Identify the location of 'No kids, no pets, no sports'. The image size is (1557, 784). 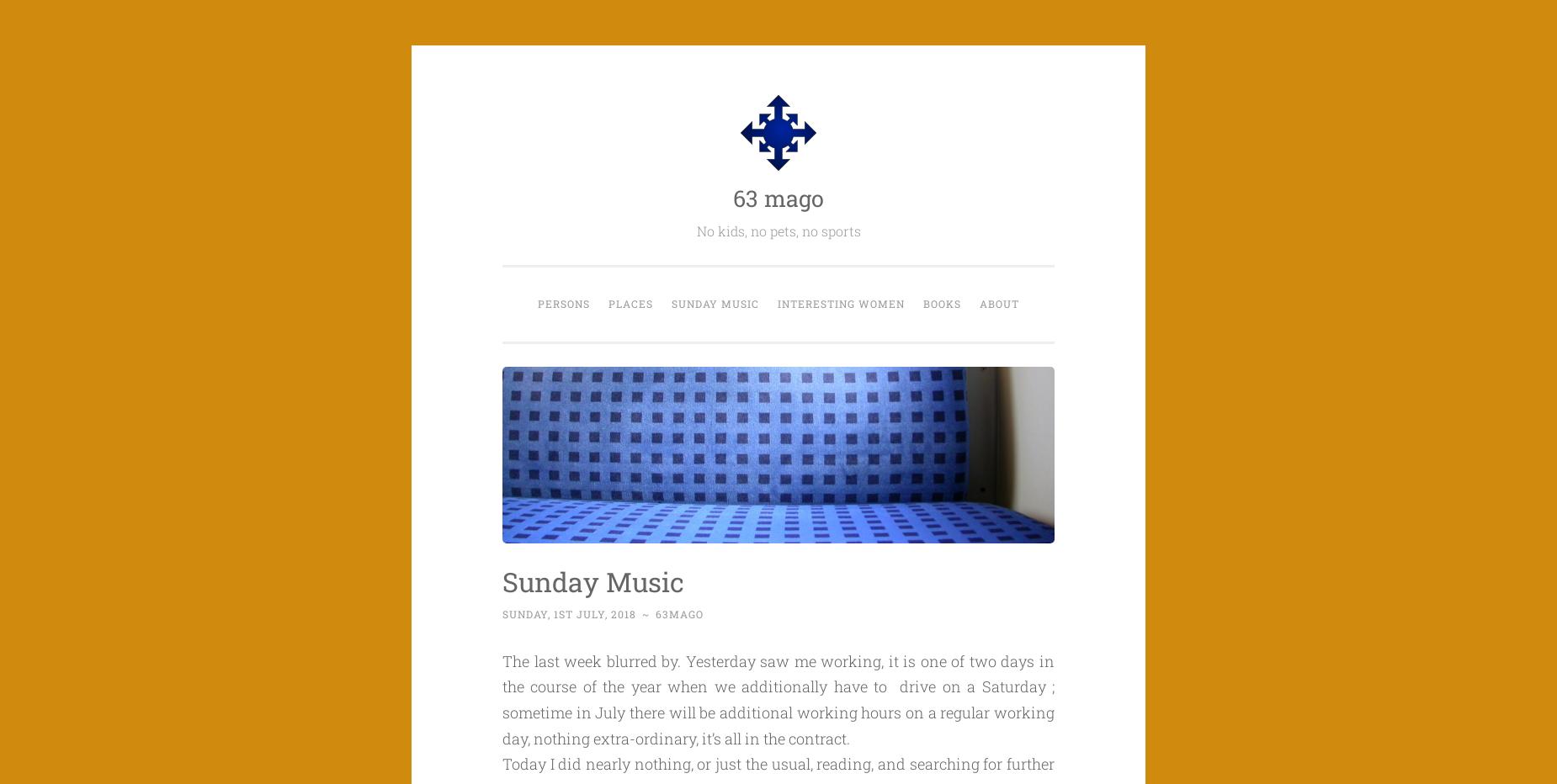
(778, 230).